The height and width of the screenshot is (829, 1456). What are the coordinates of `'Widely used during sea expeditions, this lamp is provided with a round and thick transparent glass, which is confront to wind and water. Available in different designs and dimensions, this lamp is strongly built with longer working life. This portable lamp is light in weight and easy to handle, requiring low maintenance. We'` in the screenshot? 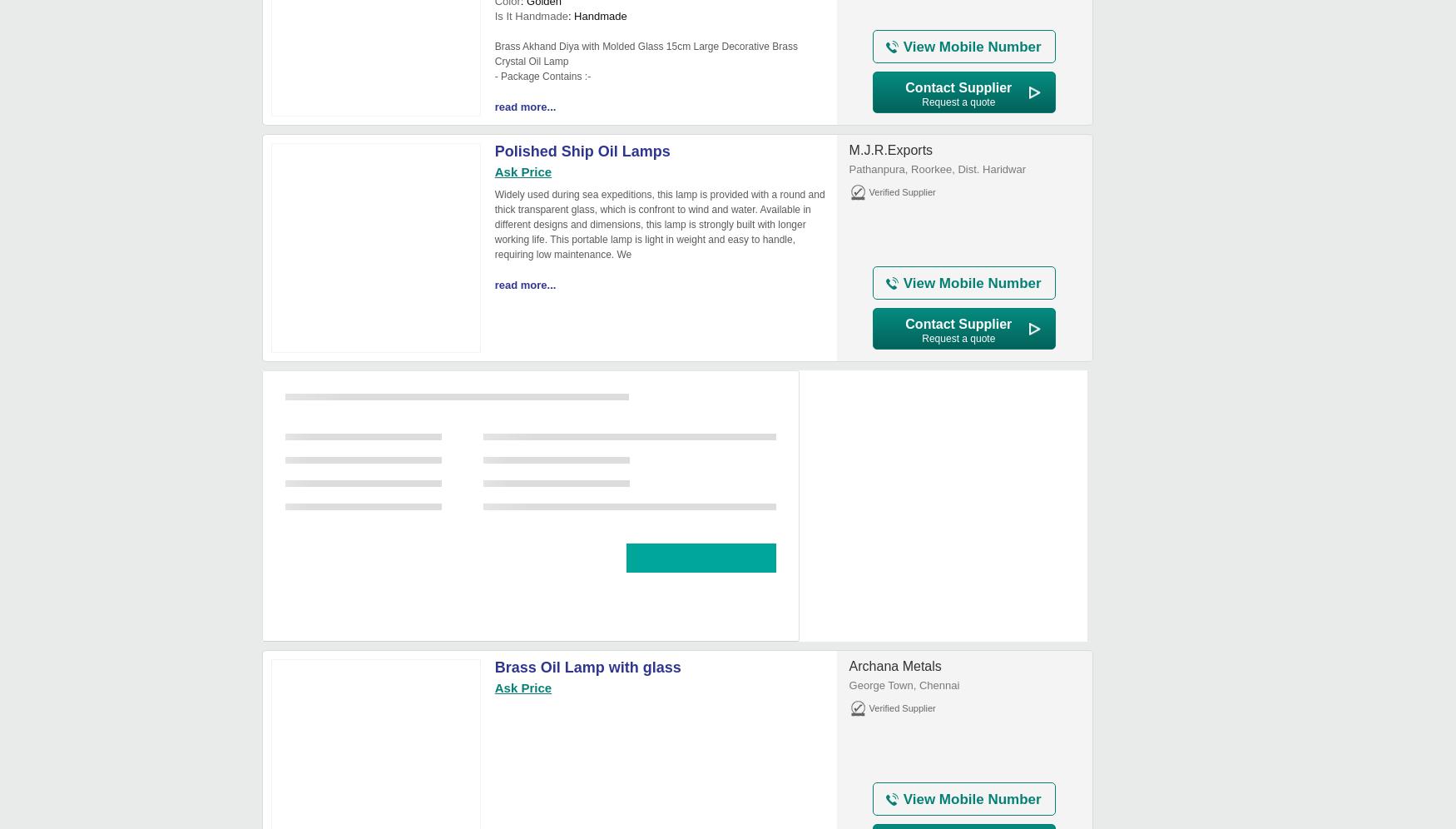 It's located at (658, 225).